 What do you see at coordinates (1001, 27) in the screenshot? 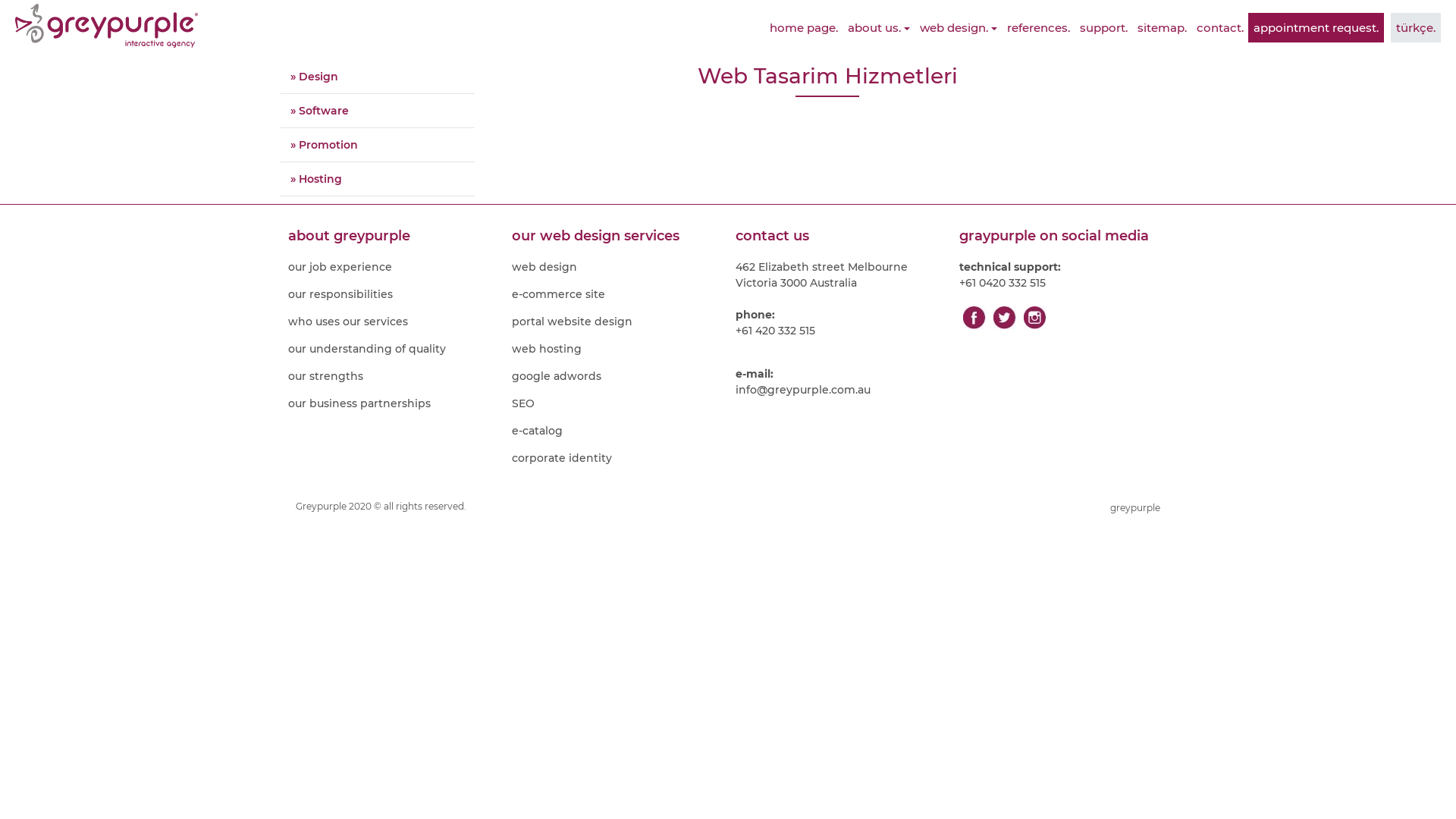
I see `'references.'` at bounding box center [1001, 27].